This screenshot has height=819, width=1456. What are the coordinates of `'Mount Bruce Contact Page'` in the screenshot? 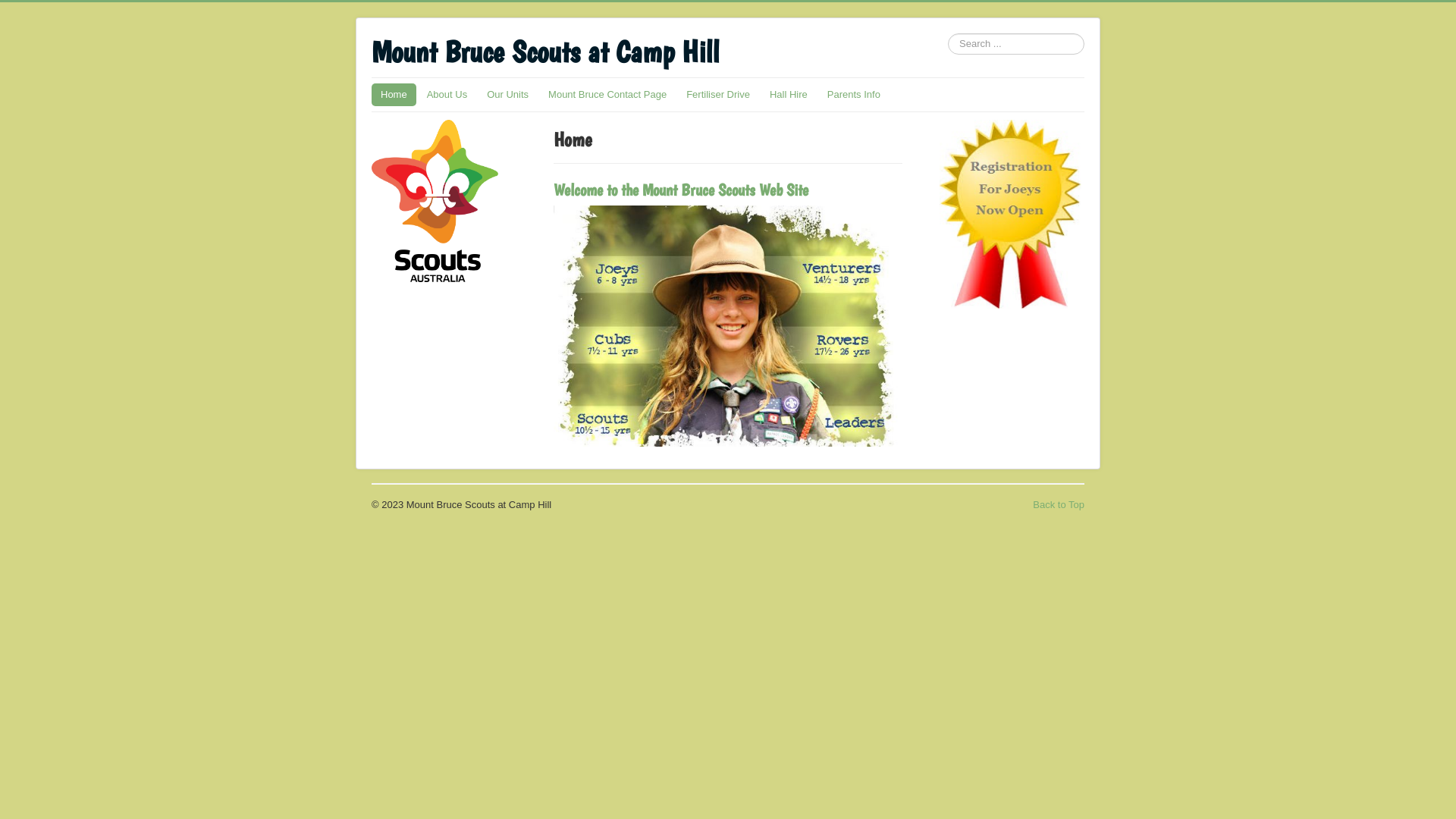 It's located at (607, 94).